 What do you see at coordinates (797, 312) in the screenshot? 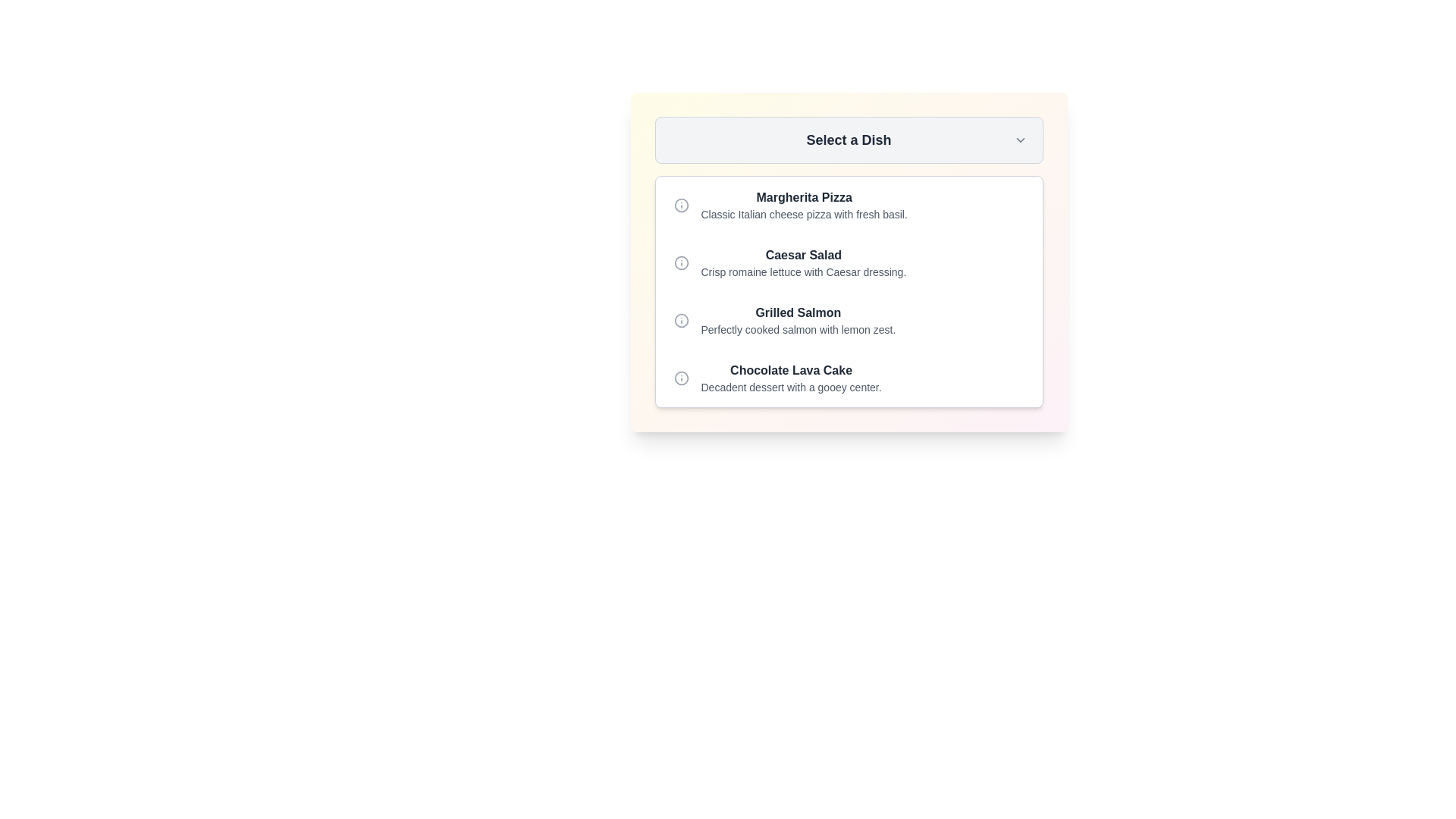
I see `text of the bold label that displays 'Grilled Salmon', which is prominently styled in black and located under the heading 'Select a Dish'` at bounding box center [797, 312].